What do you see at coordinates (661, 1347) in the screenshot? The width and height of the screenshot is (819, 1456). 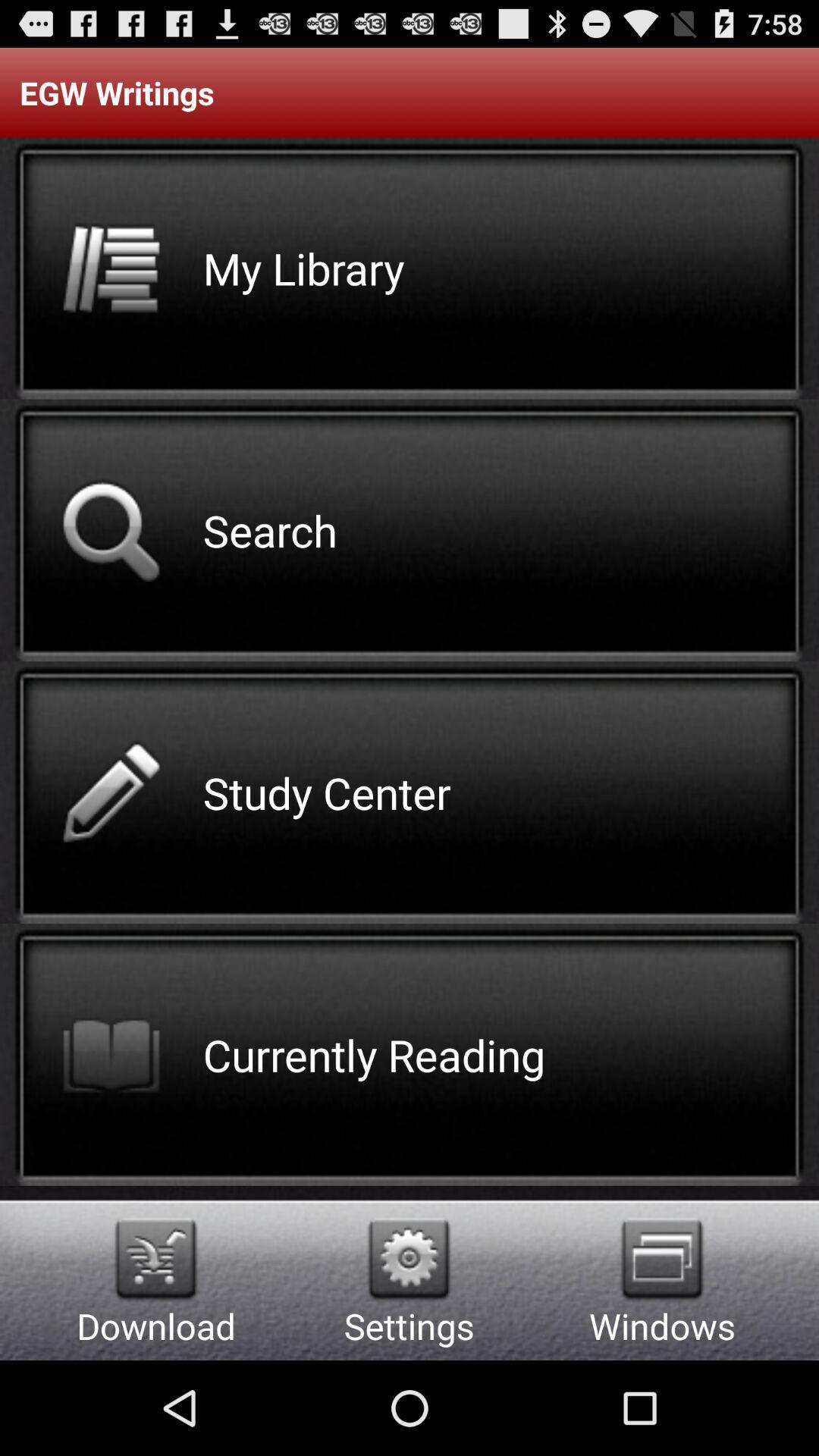 I see `the folder icon` at bounding box center [661, 1347].